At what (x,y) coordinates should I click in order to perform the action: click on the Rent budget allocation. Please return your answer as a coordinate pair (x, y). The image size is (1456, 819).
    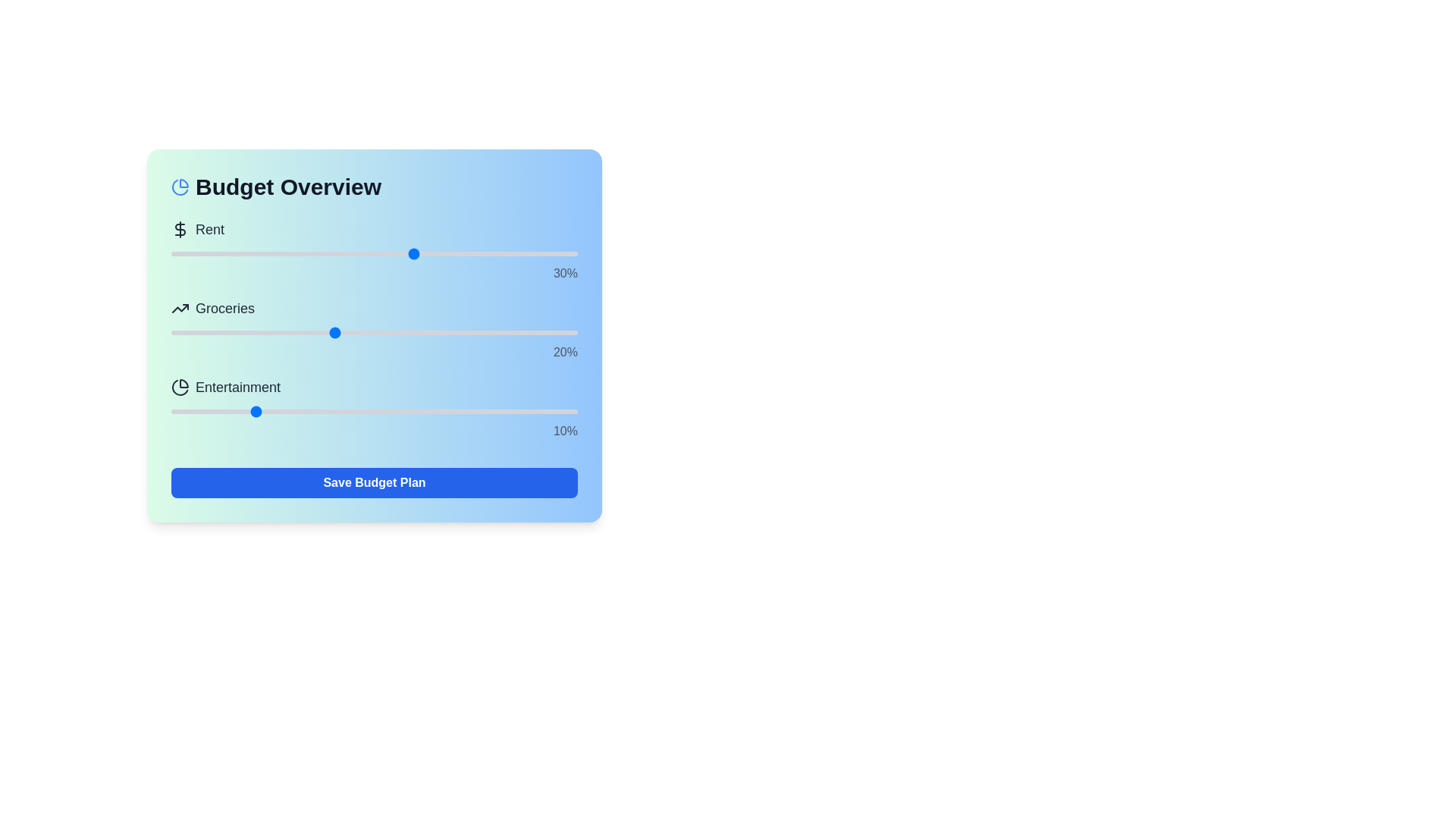
    Looking at the image, I should click on (253, 253).